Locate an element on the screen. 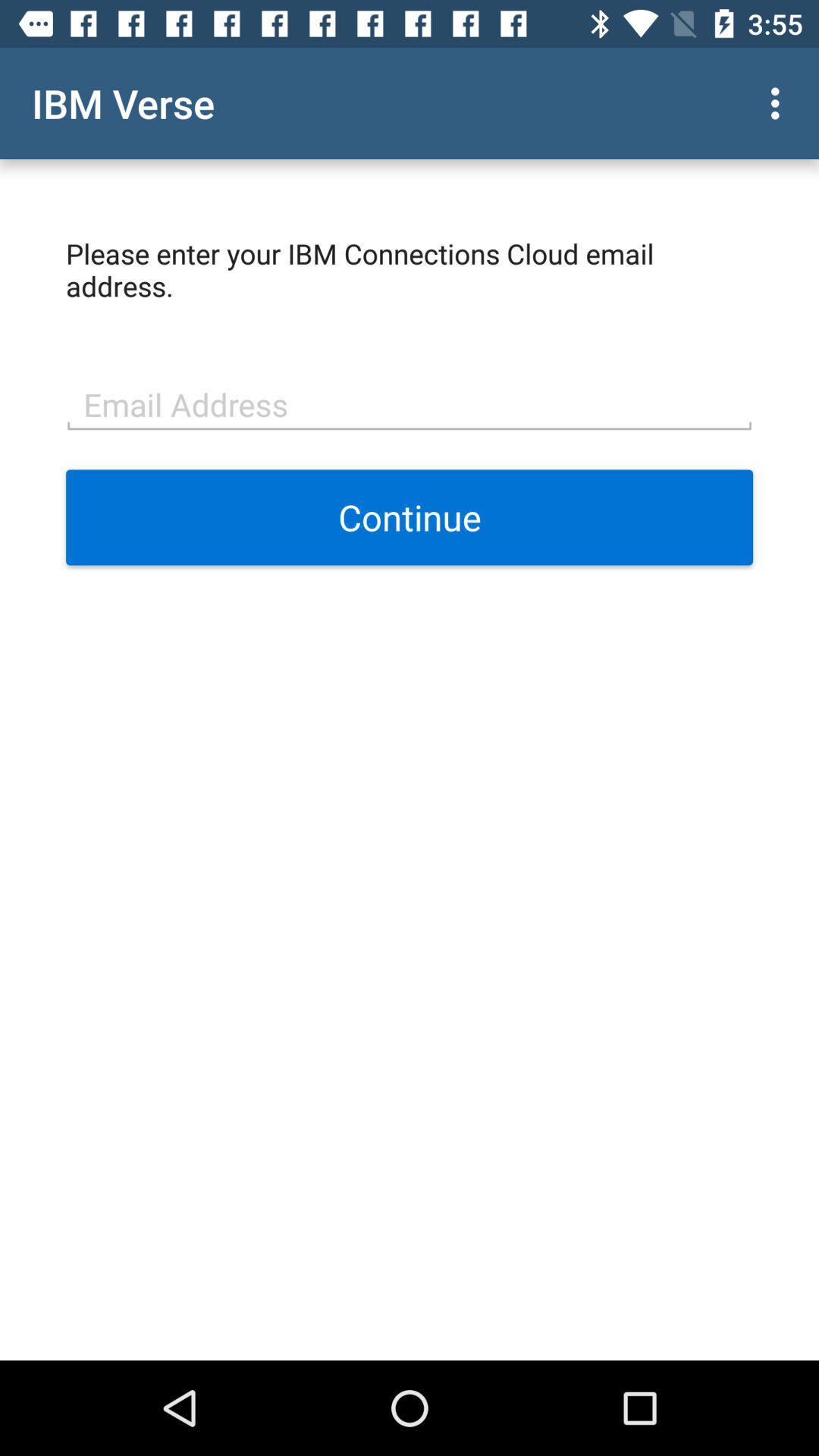  item next to ibm verse is located at coordinates (779, 102).